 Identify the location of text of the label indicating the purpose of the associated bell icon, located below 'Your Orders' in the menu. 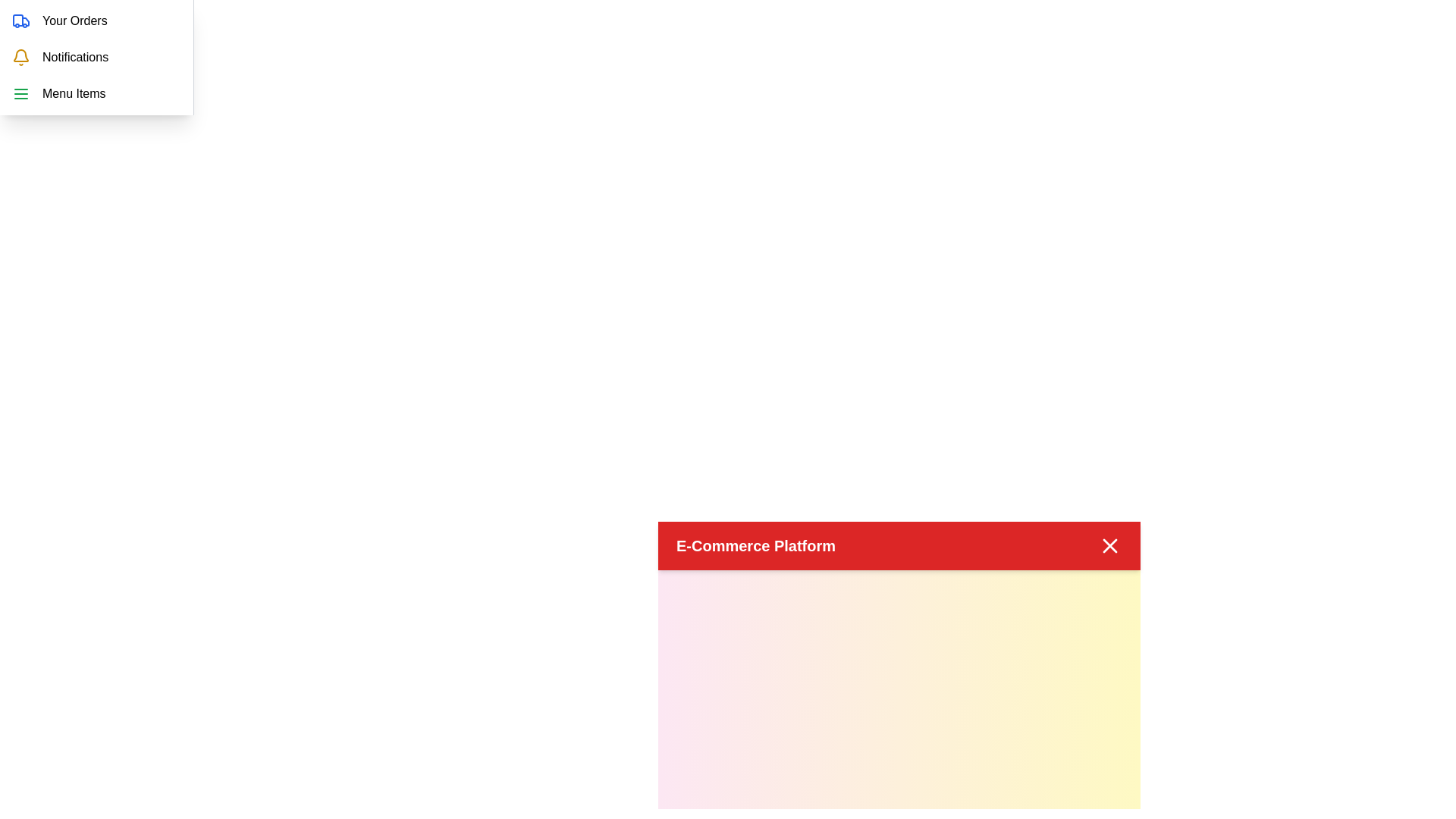
(74, 57).